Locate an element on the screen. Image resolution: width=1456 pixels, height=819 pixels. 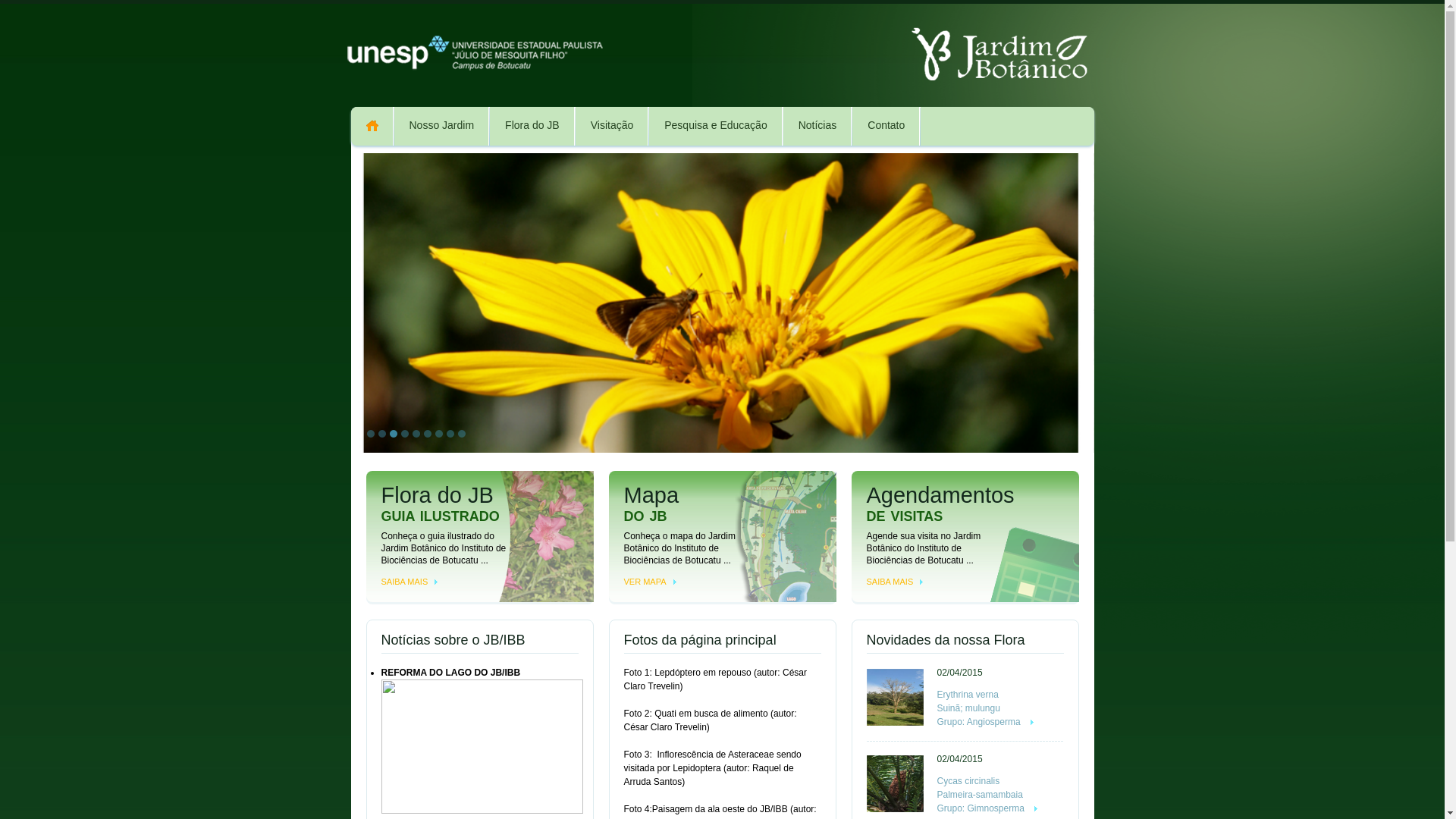
'unesp botucatu' is located at coordinates (340, 54).